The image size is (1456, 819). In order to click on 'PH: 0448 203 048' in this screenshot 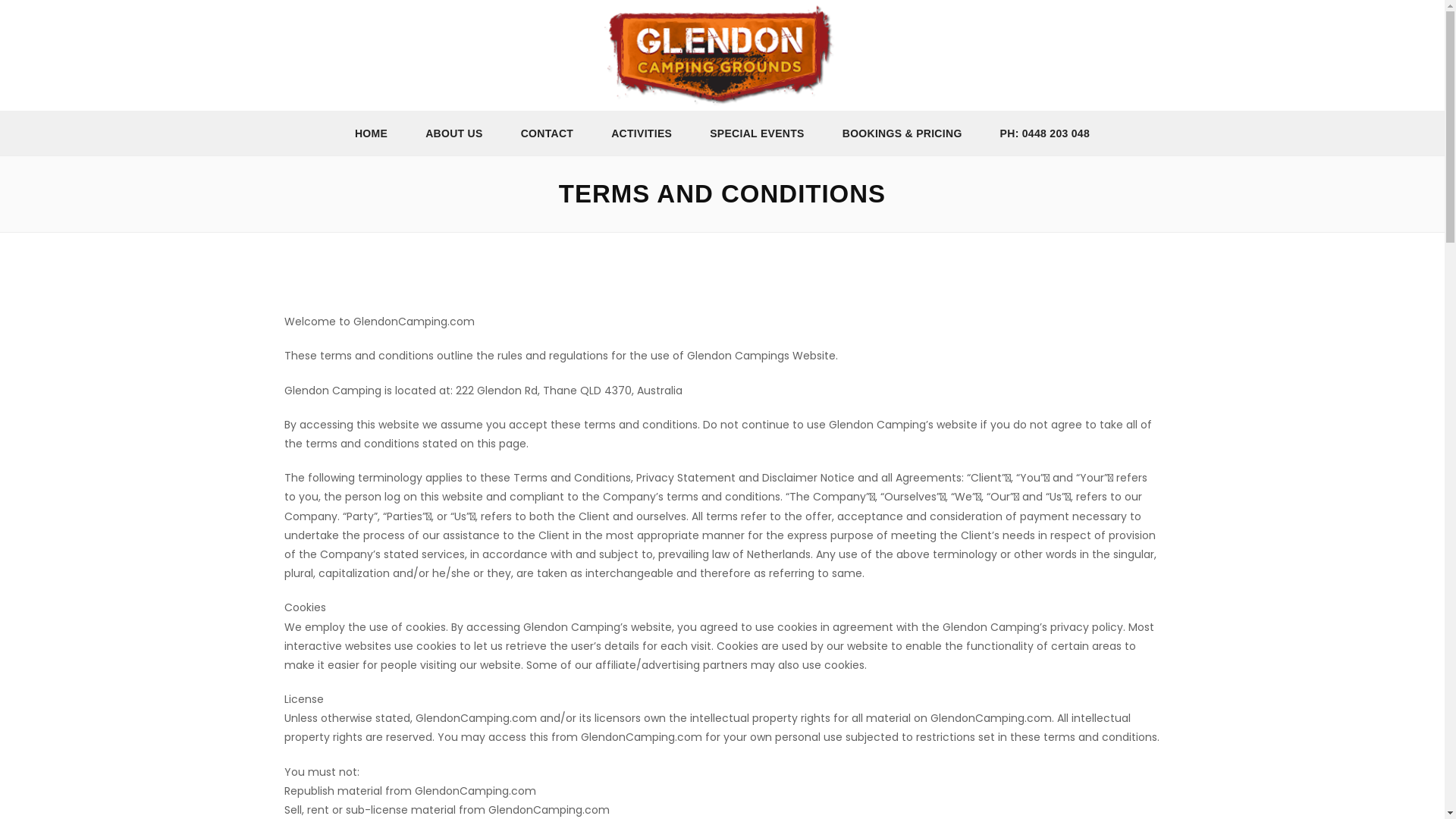, I will do `click(1043, 132)`.